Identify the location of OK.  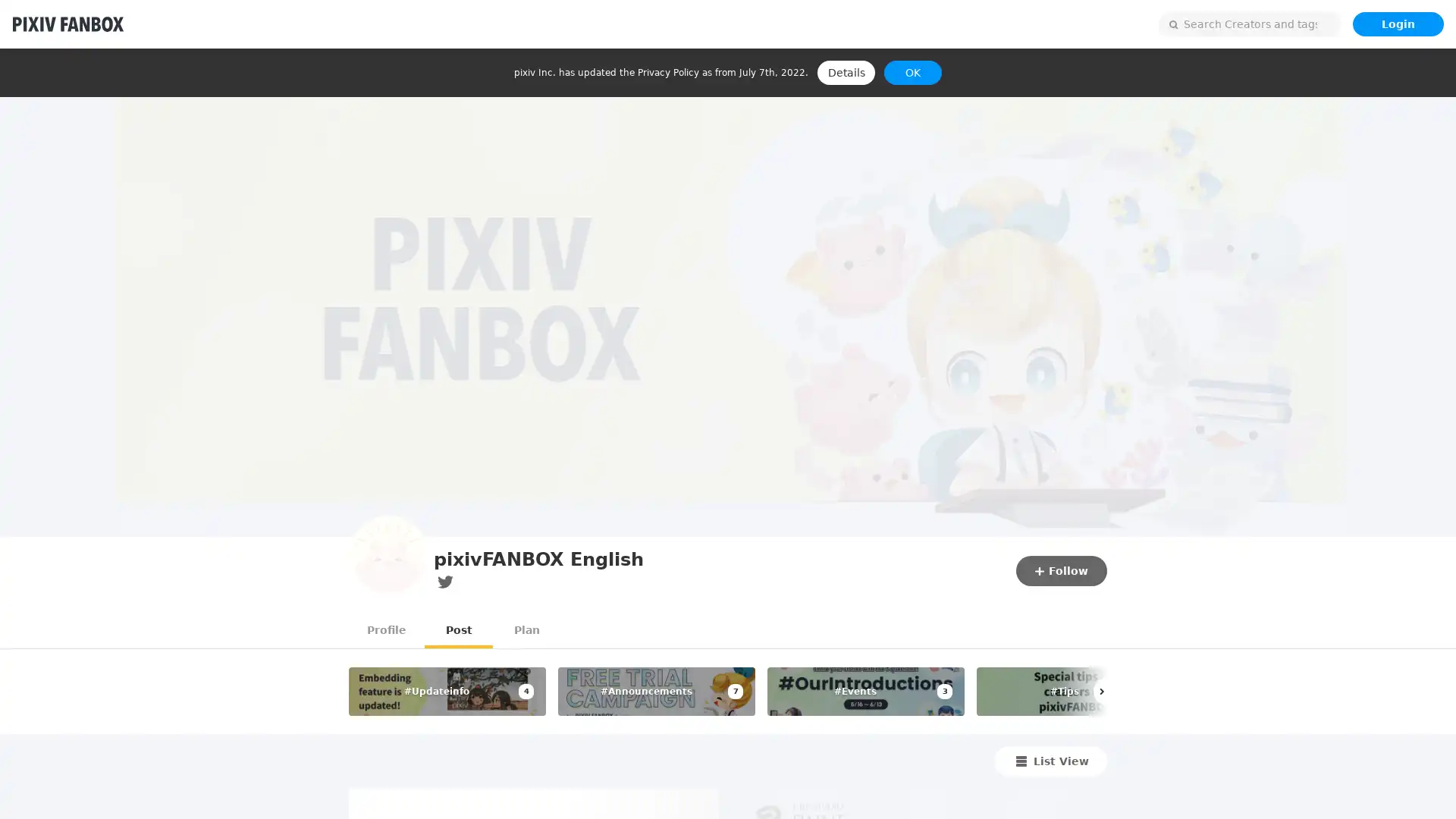
(912, 73).